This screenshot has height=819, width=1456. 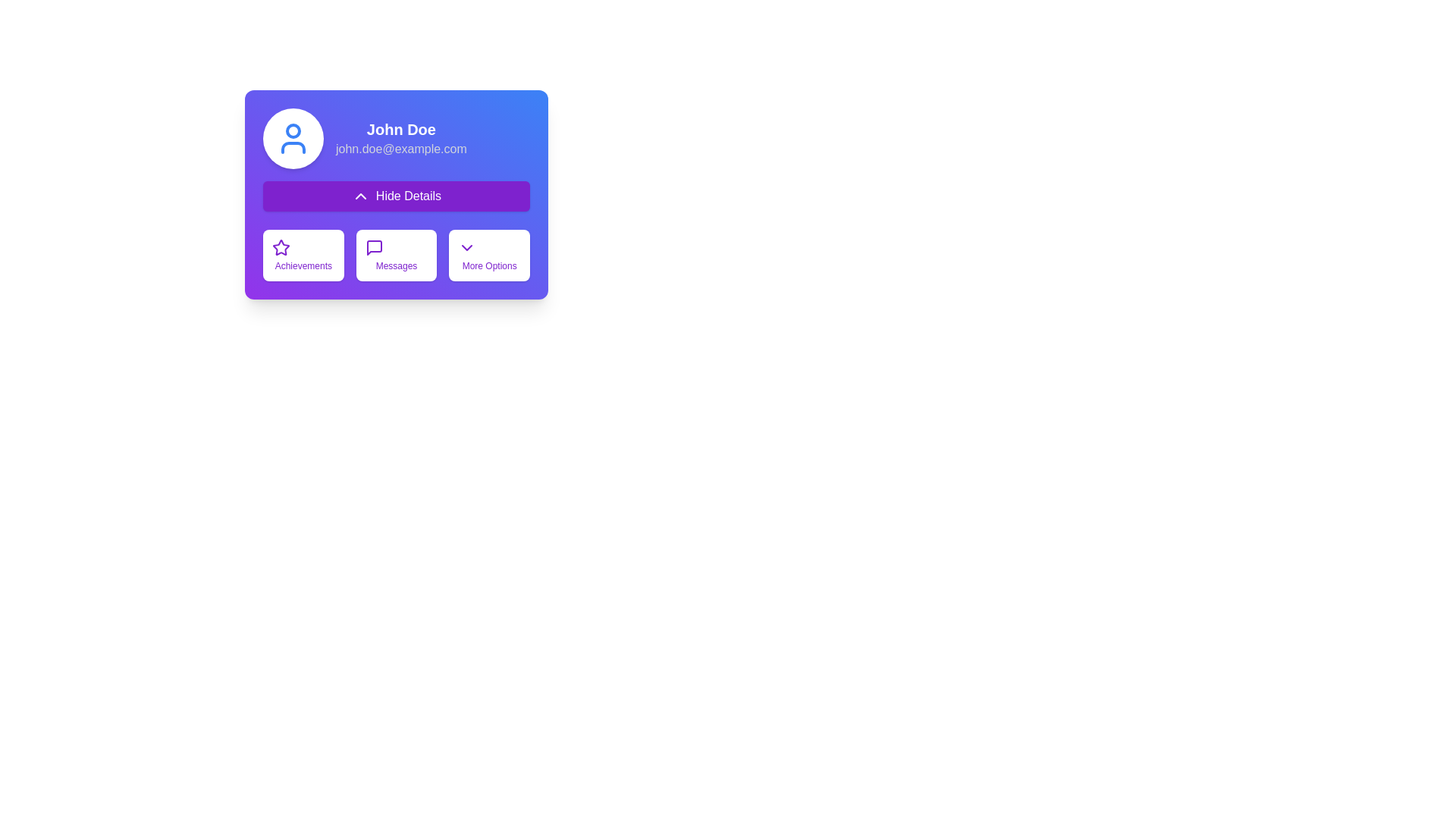 What do you see at coordinates (293, 138) in the screenshot?
I see `the user avatar icon represented by an SVG, which is centered within a circular white background at the top-left of a card` at bounding box center [293, 138].